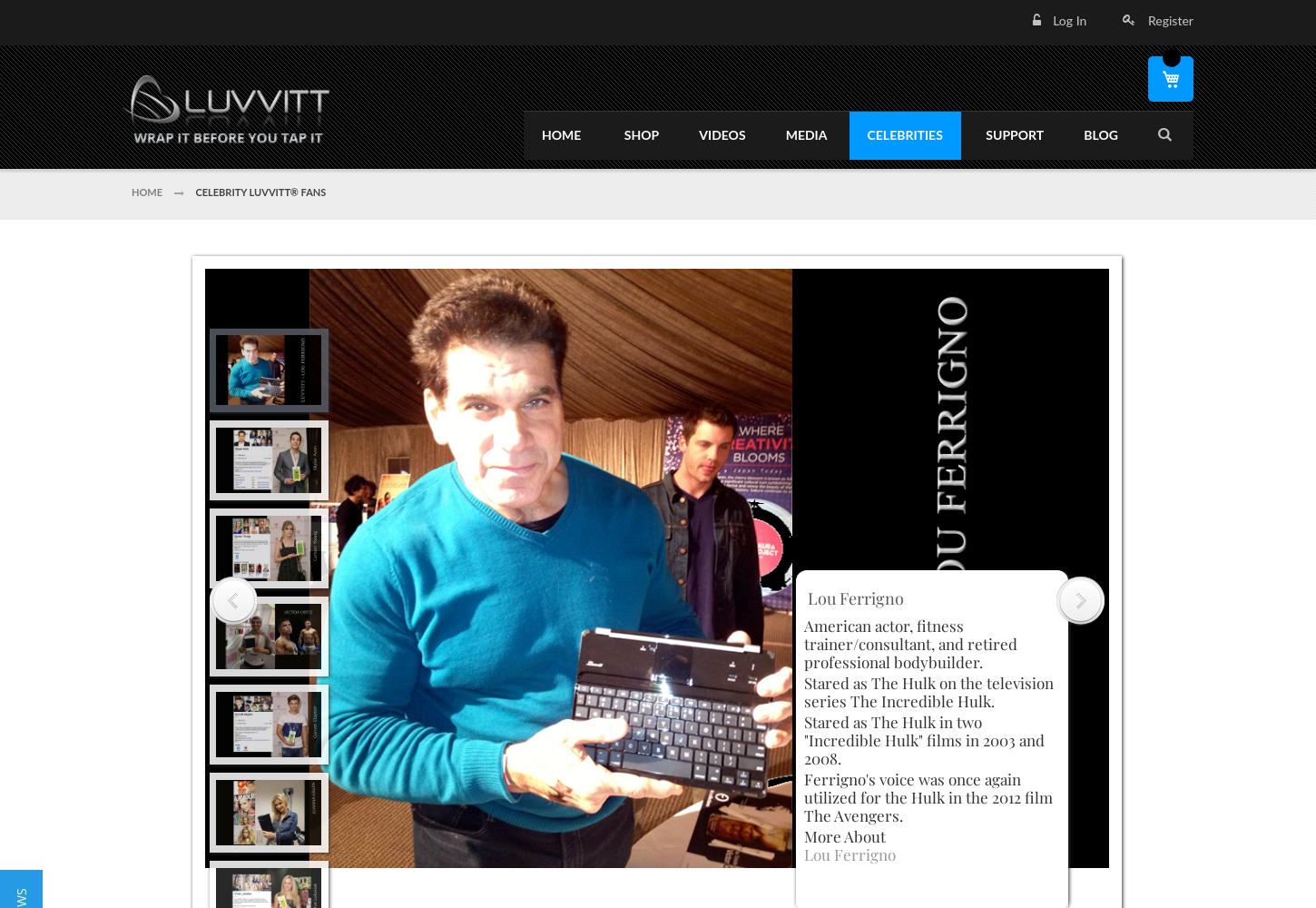 The height and width of the screenshot is (908, 1316). I want to click on 'Register', so click(1169, 22).